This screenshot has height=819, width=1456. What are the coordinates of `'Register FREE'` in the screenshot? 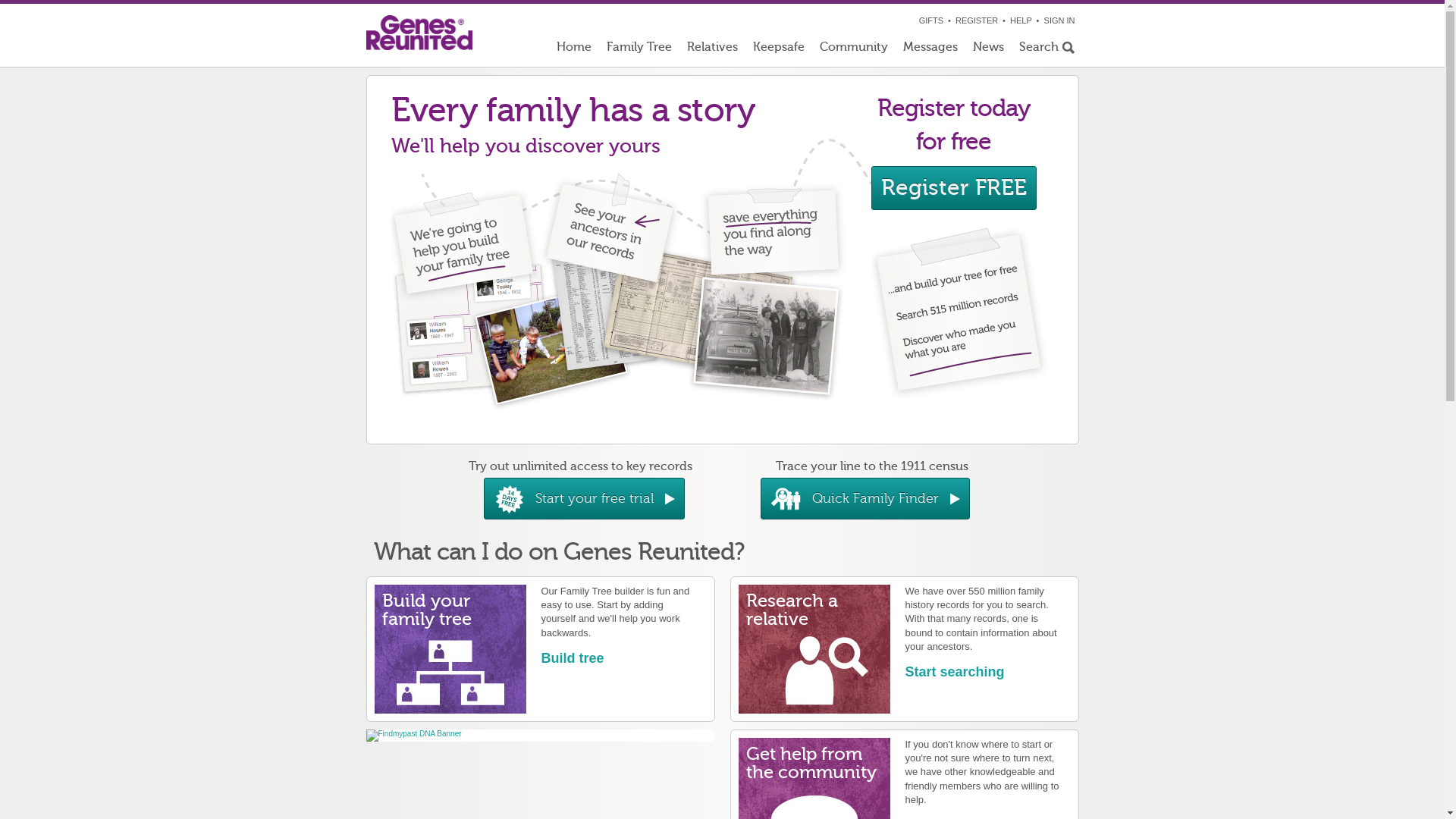 It's located at (952, 187).